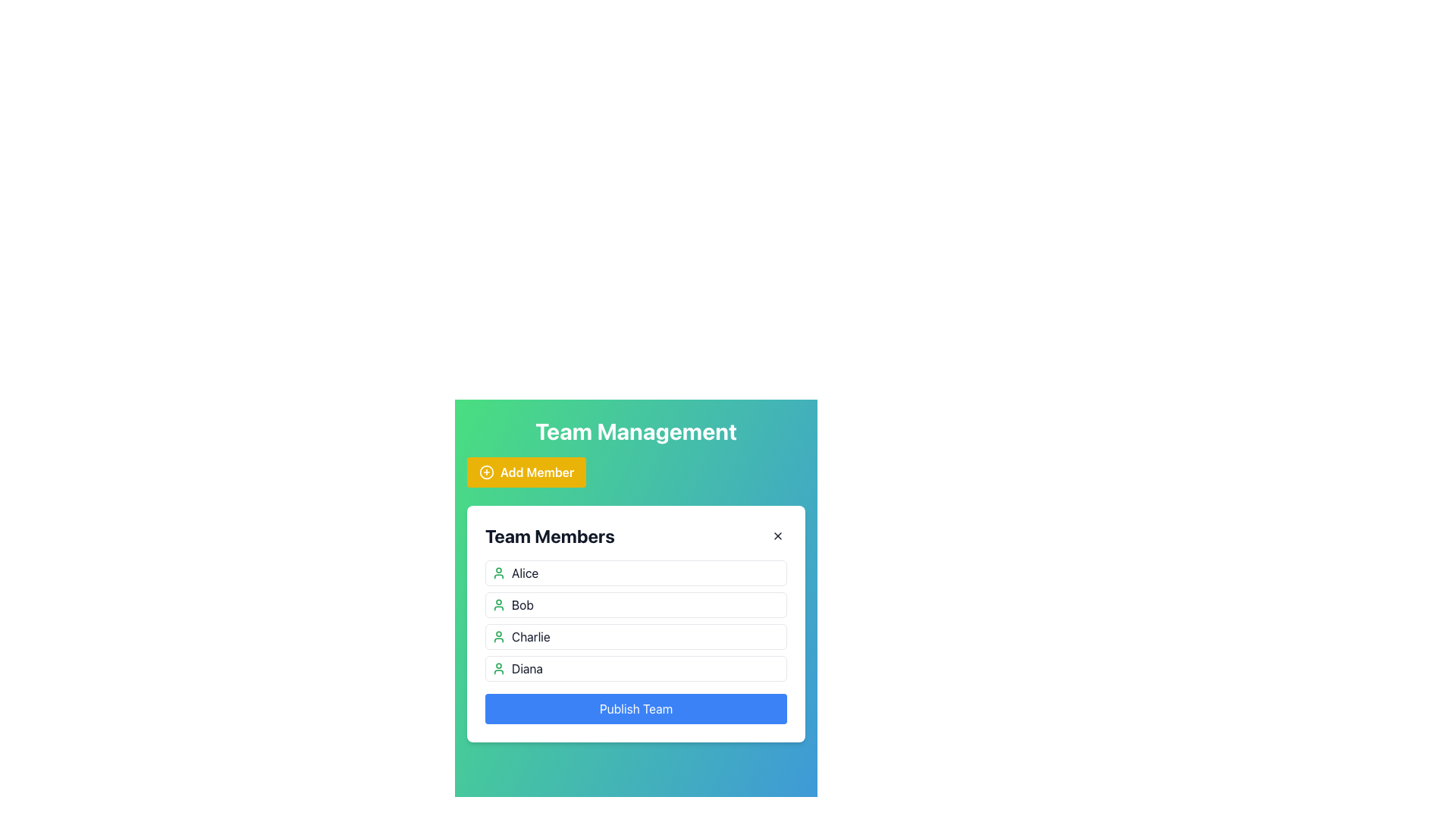 This screenshot has width=1456, height=819. Describe the element at coordinates (487, 472) in the screenshot. I see `the circular icon with a plus symbol, which is located to the left of the text 'Add Member' within the button labeled 'Add Member'` at that location.